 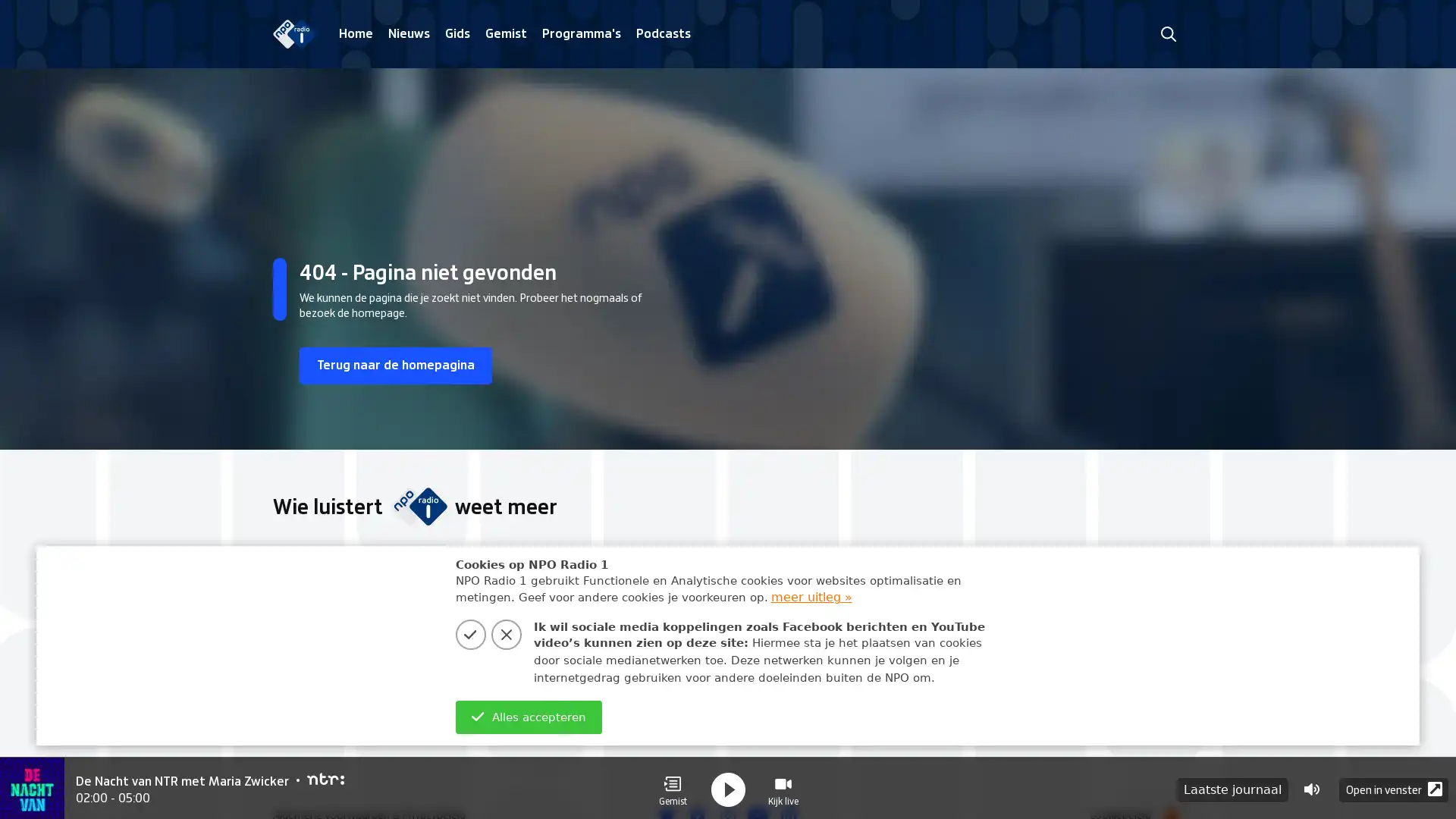 I want to click on Gemist Gemist, so click(x=672, y=786).